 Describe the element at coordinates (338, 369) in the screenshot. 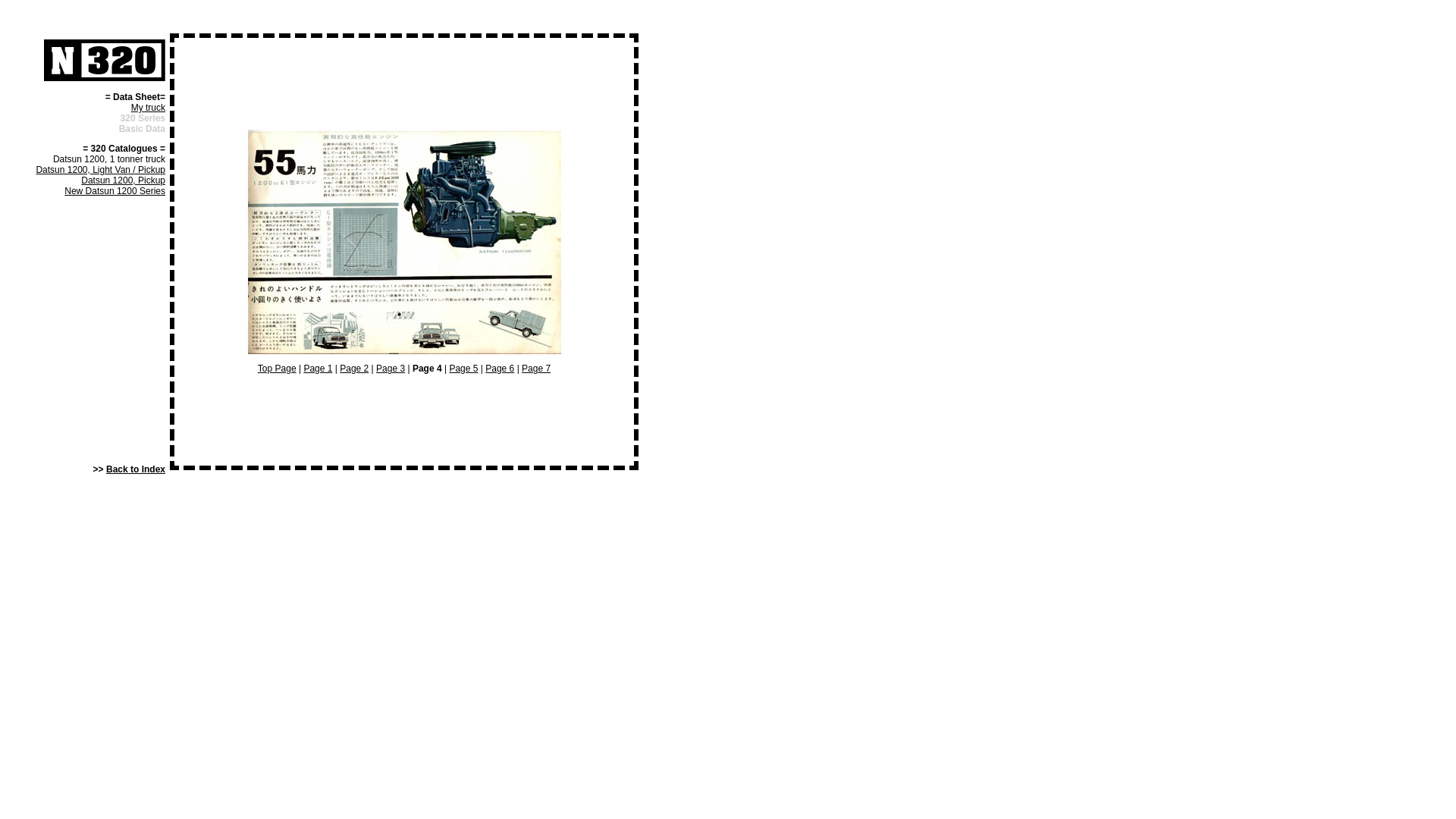

I see `'Page 2'` at that location.